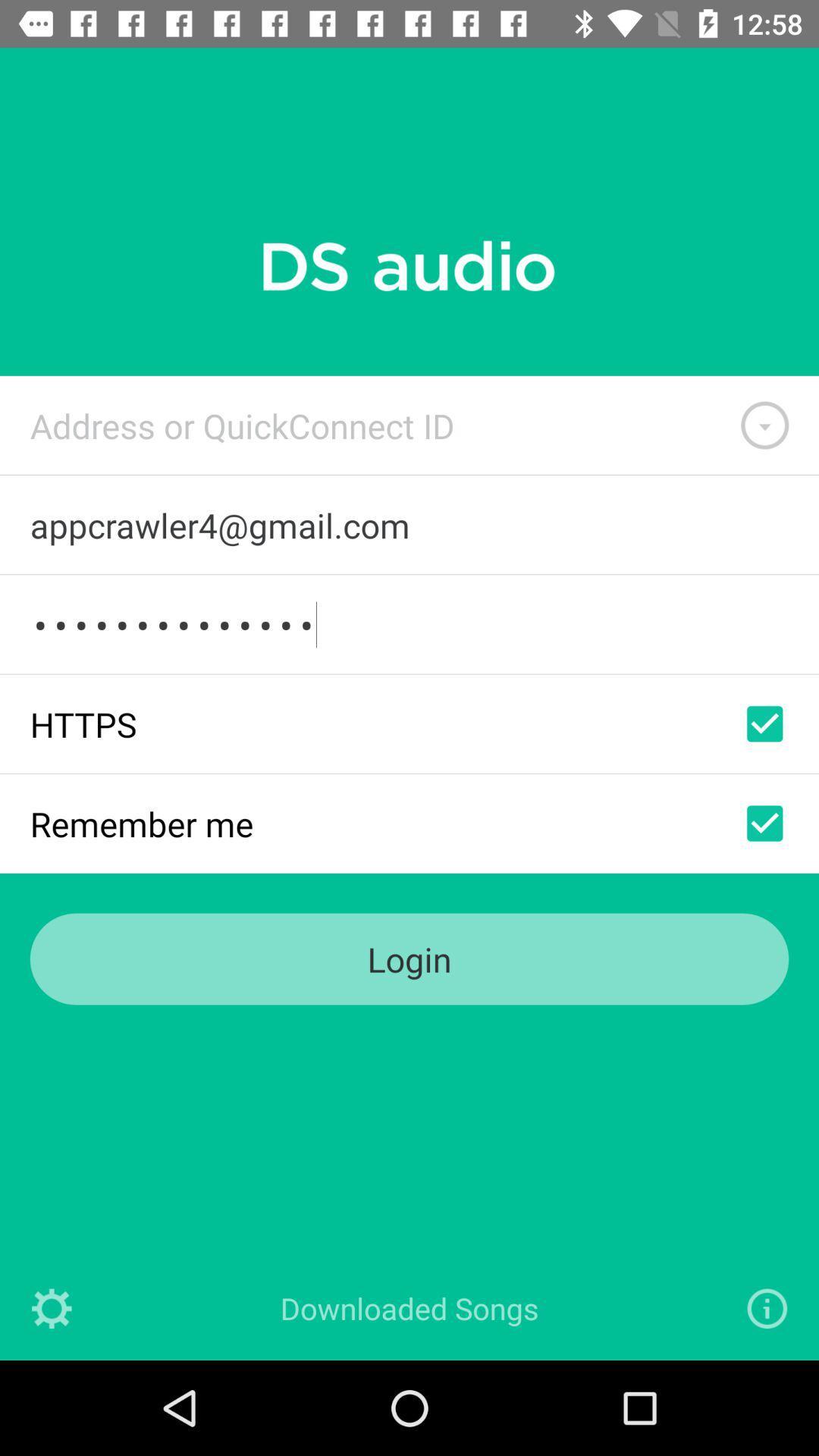 This screenshot has width=819, height=1456. Describe the element at coordinates (764, 425) in the screenshot. I see `list of addresses or ids` at that location.